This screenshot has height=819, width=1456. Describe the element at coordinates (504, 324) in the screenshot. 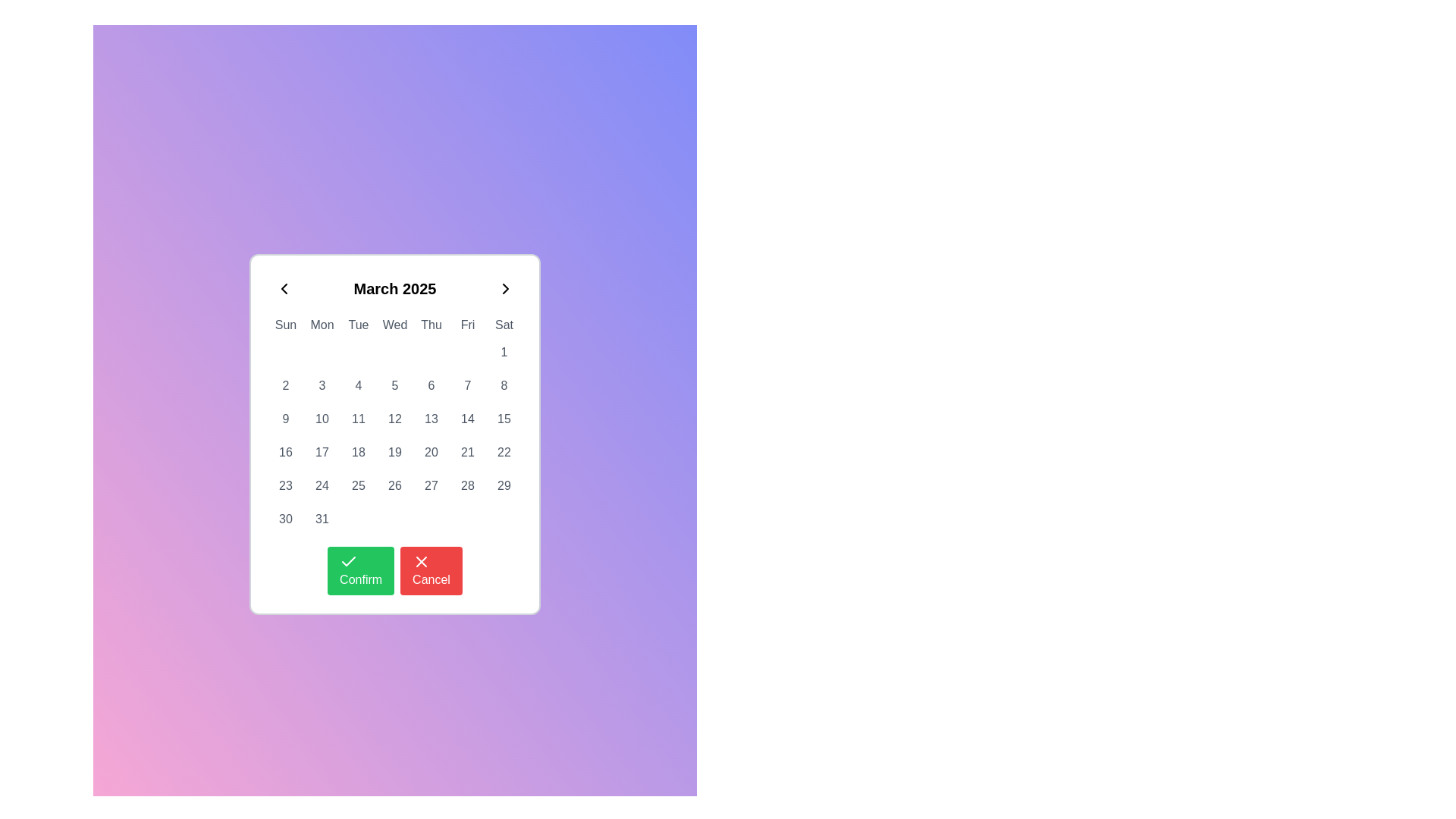

I see `the text label displaying 'Sat', which is the rightmost element in the horizontal sequence of day names above the date grid in the calendar interface` at that location.